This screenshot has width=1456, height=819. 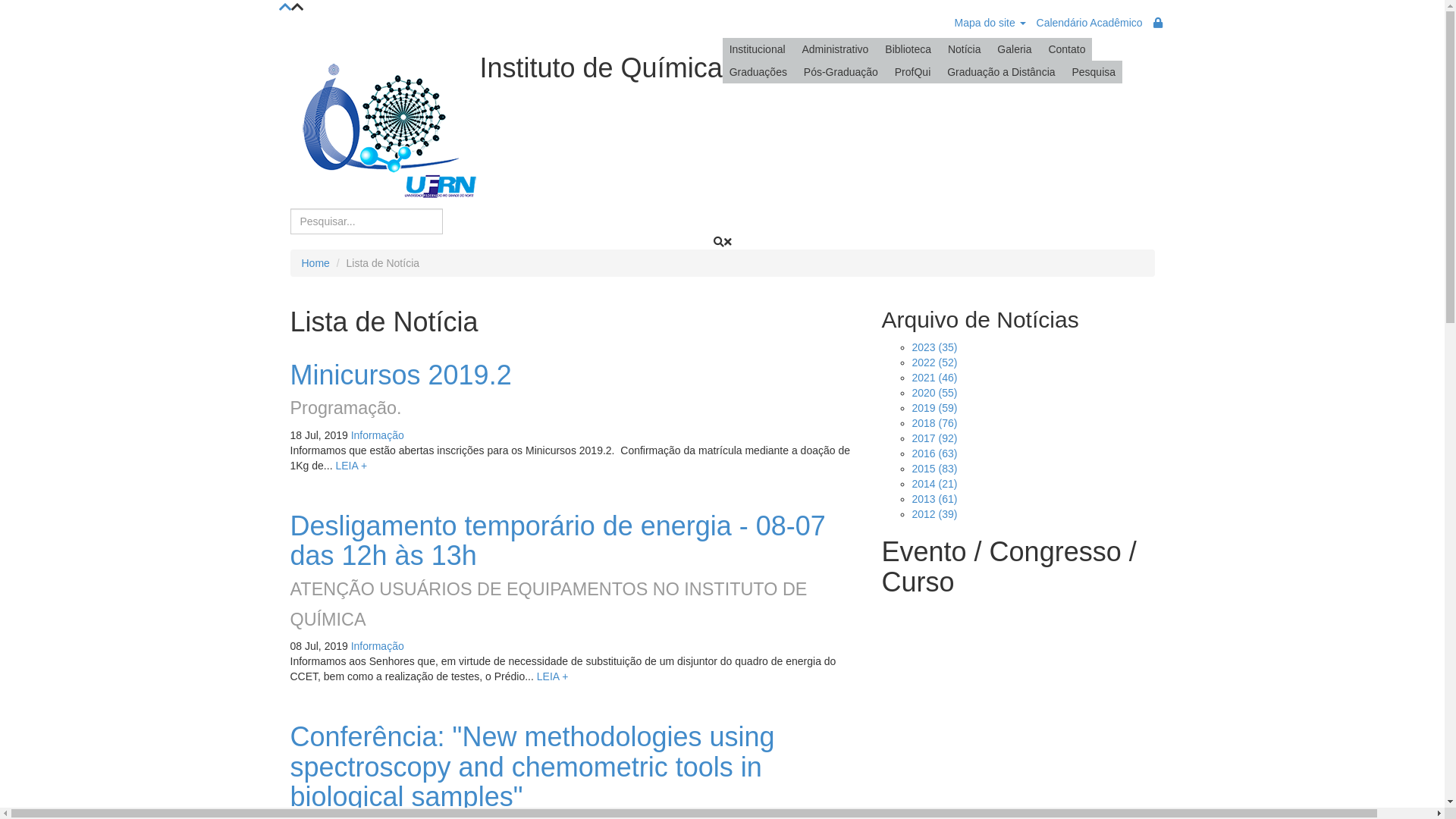 What do you see at coordinates (350, 464) in the screenshot?
I see `'LEIA +'` at bounding box center [350, 464].